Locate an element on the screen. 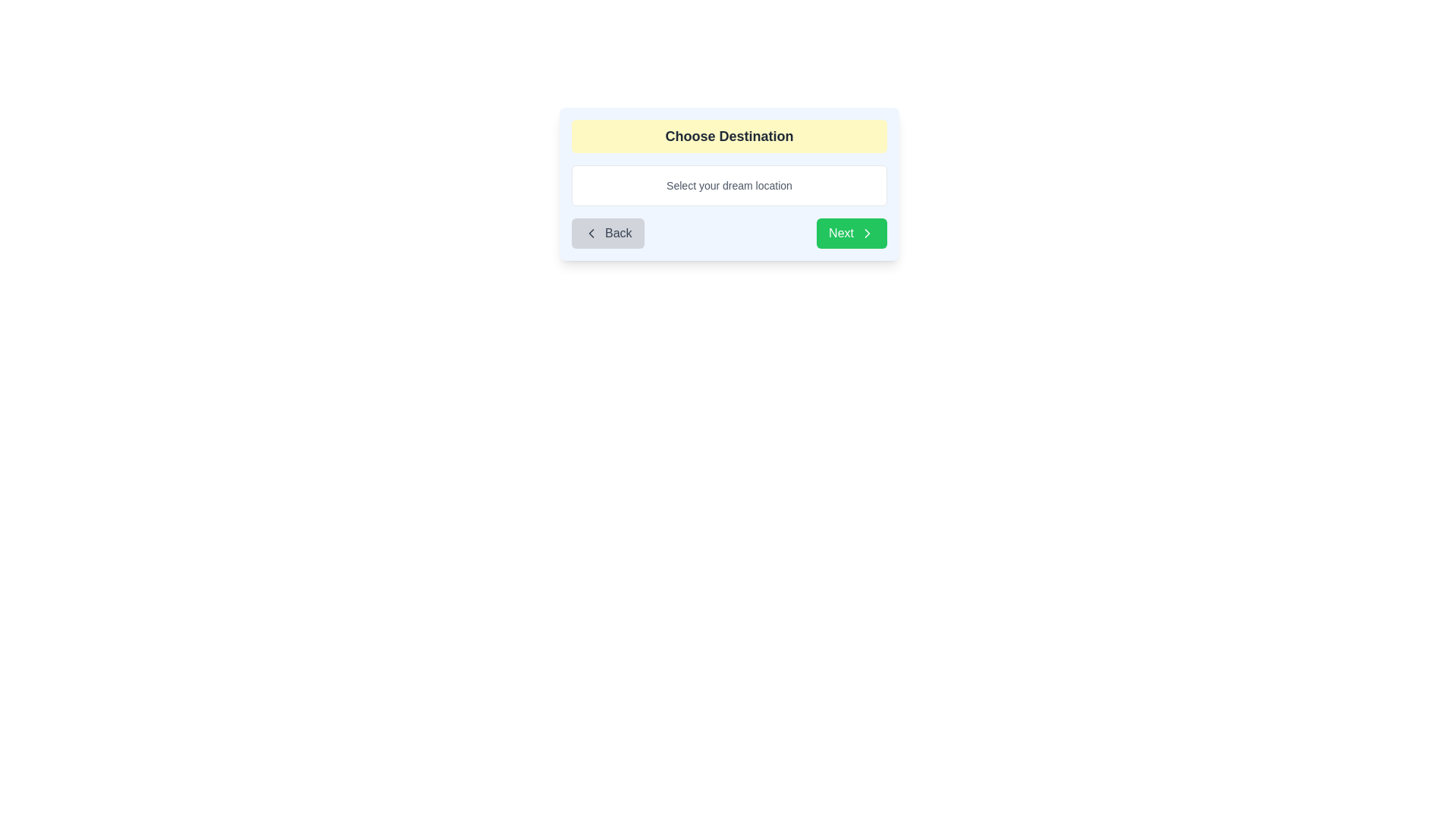 This screenshot has height=819, width=1456. the small rightward pointing chevron icon located inside the green 'Next' button at the bottom right of the form is located at coordinates (867, 234).